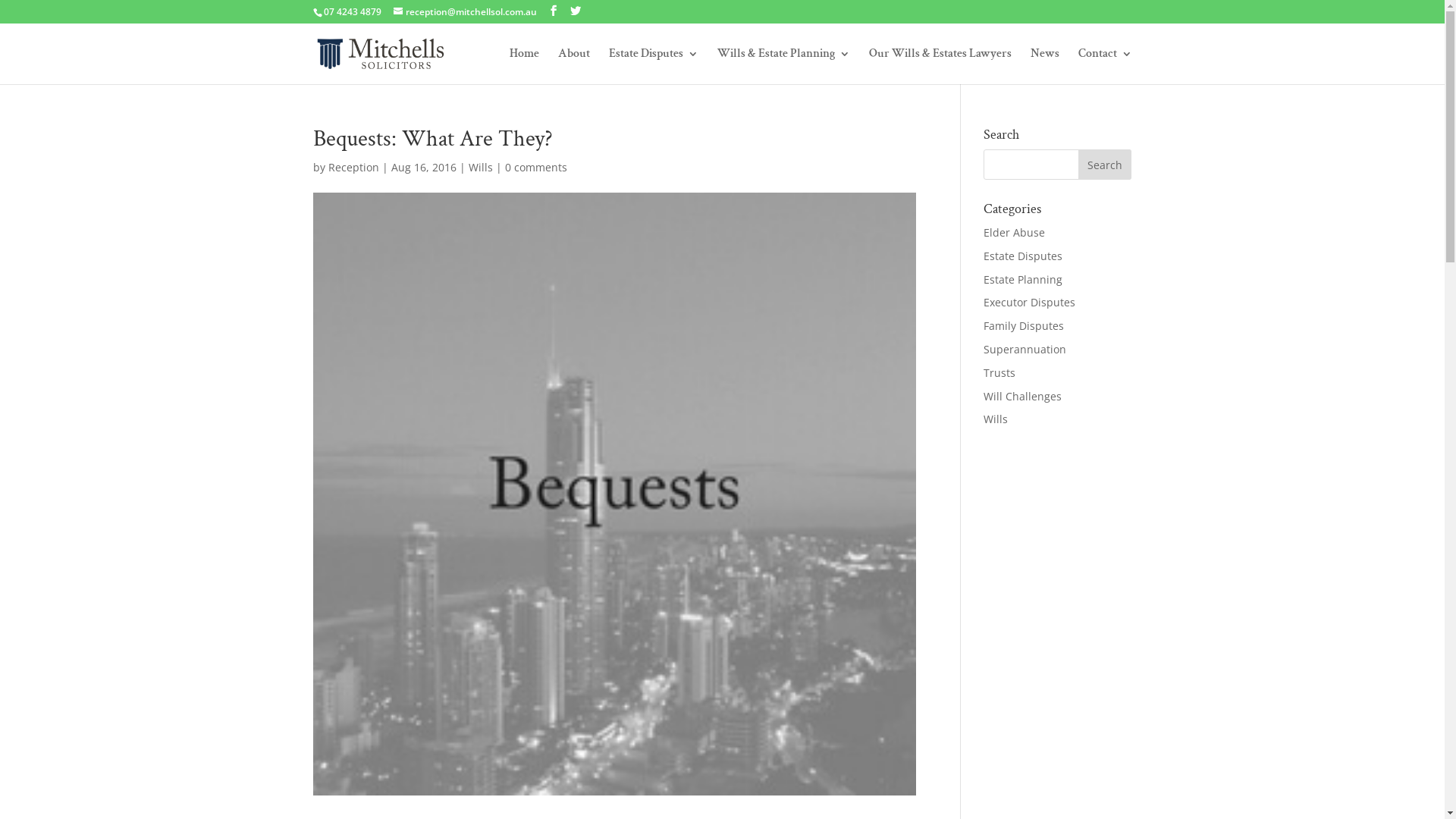 The image size is (1456, 819). Describe the element at coordinates (999, 372) in the screenshot. I see `'Trusts'` at that location.